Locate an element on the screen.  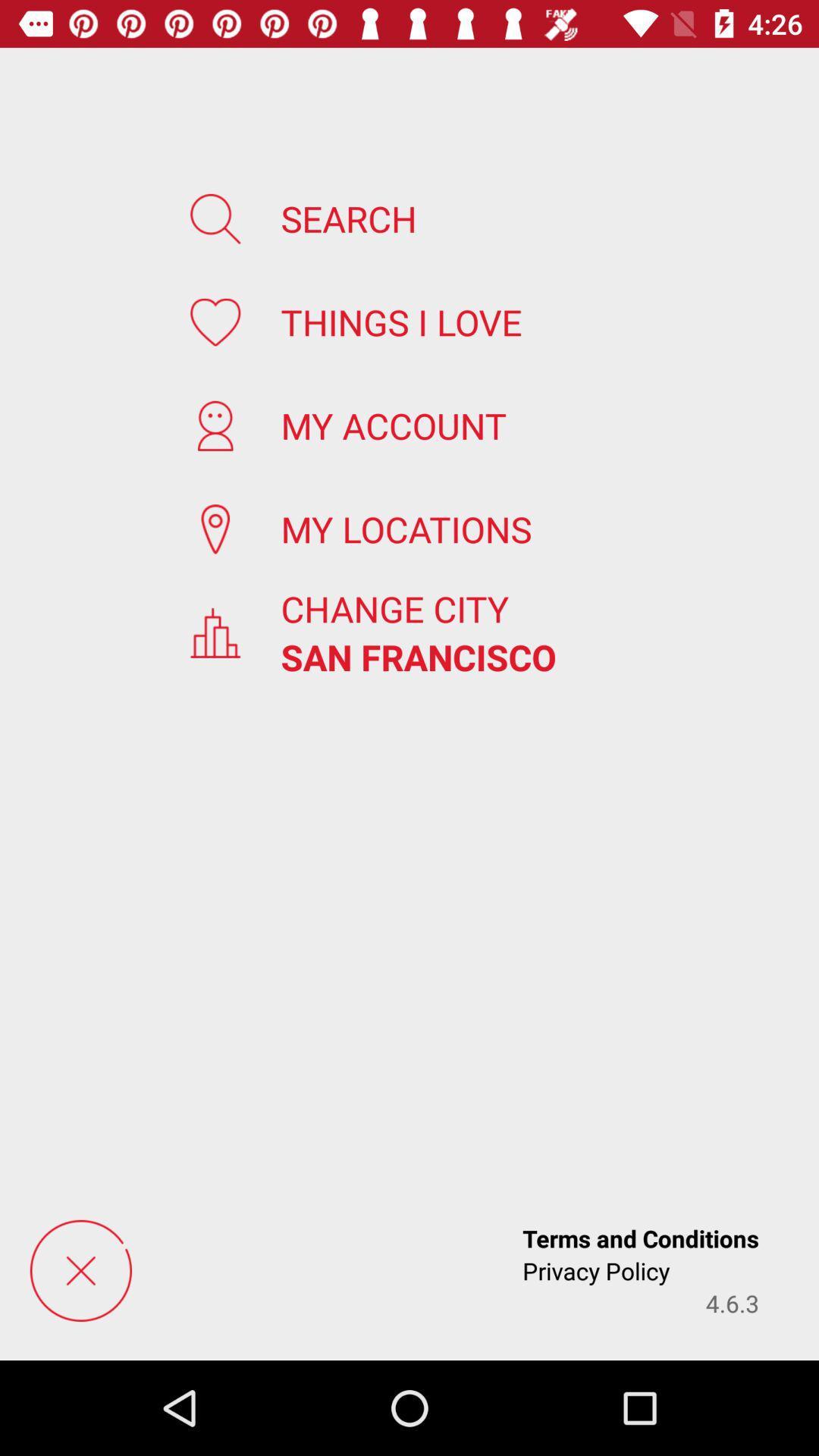
the 4.6.3 app is located at coordinates (731, 1302).